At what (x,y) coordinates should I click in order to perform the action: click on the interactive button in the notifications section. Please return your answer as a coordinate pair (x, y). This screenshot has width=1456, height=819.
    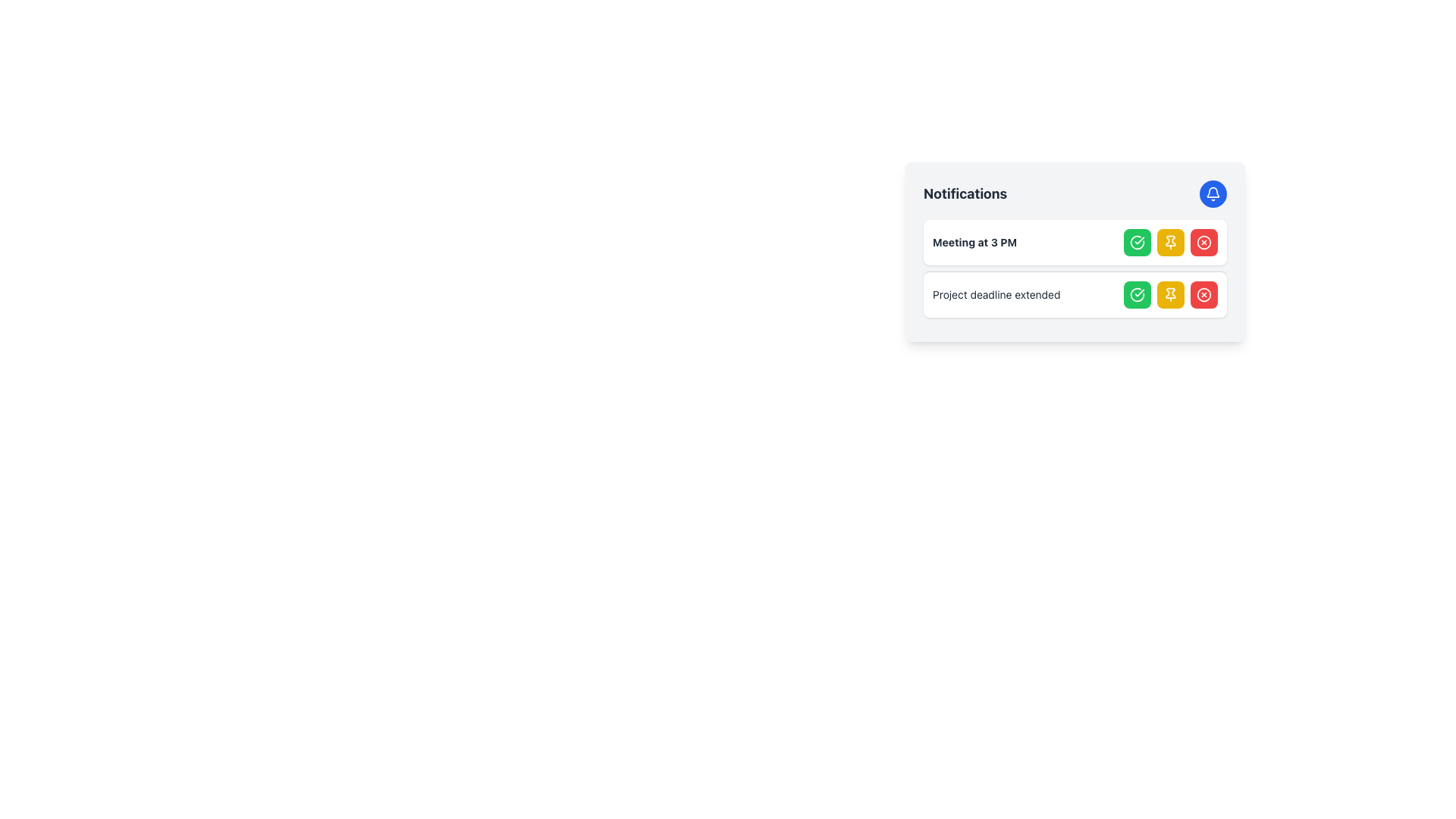
    Looking at the image, I should click on (1074, 193).